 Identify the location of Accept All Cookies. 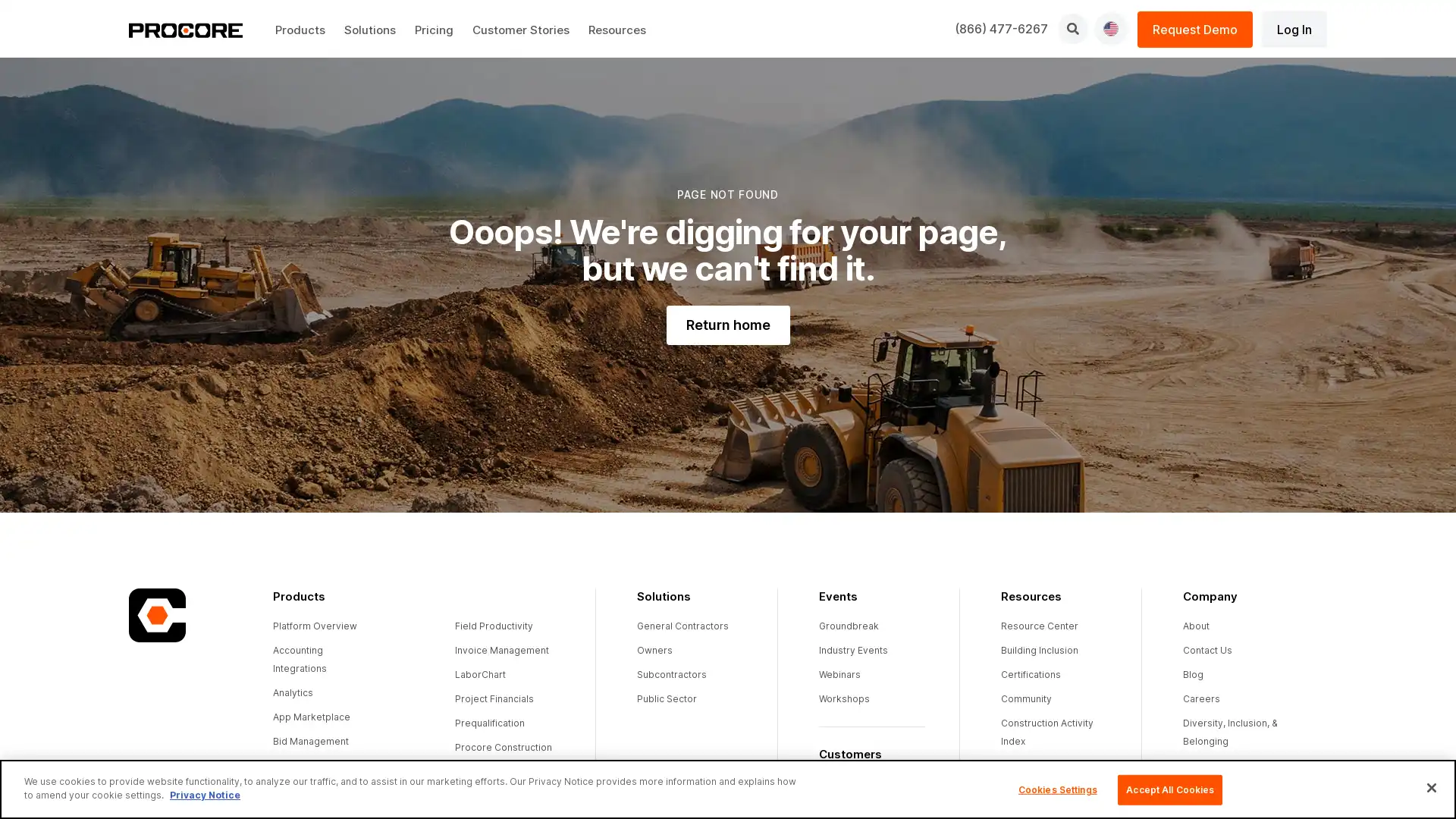
(1169, 789).